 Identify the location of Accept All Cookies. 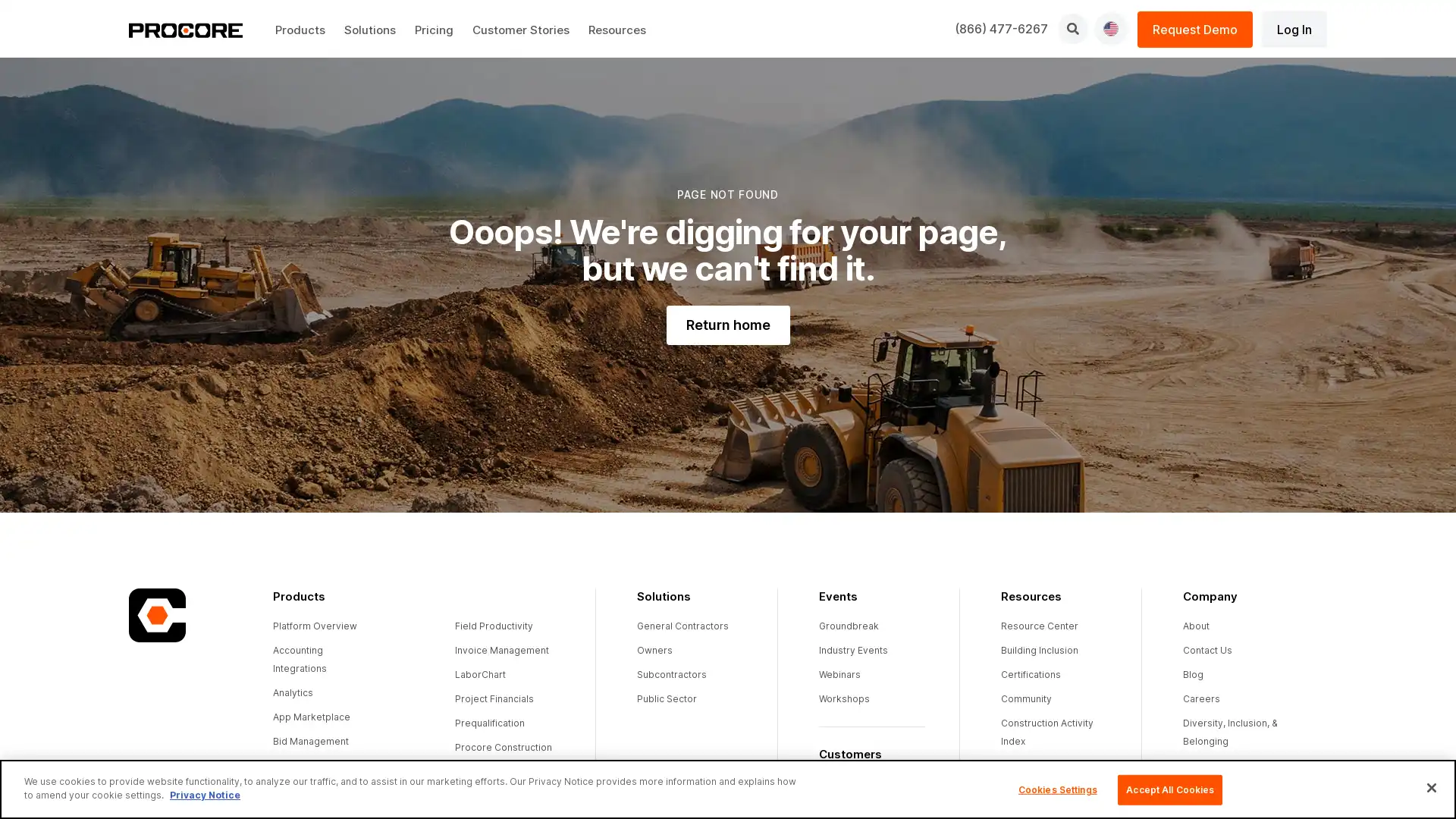
(1169, 789).